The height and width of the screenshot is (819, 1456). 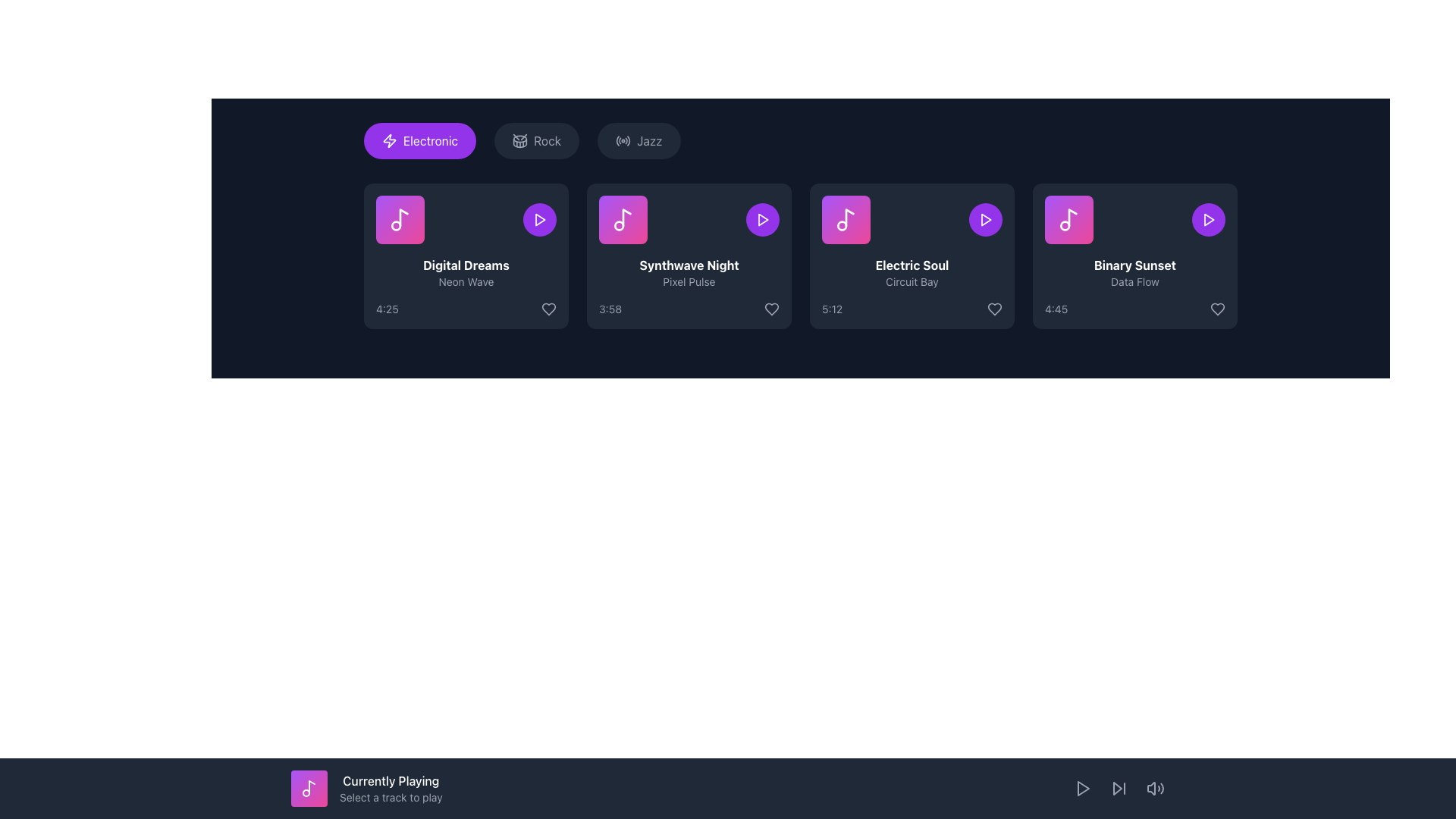 What do you see at coordinates (1083, 788) in the screenshot?
I see `the triangular 'play' button with a hollow center located in the bottom-right corner of the media control bar to play media` at bounding box center [1083, 788].